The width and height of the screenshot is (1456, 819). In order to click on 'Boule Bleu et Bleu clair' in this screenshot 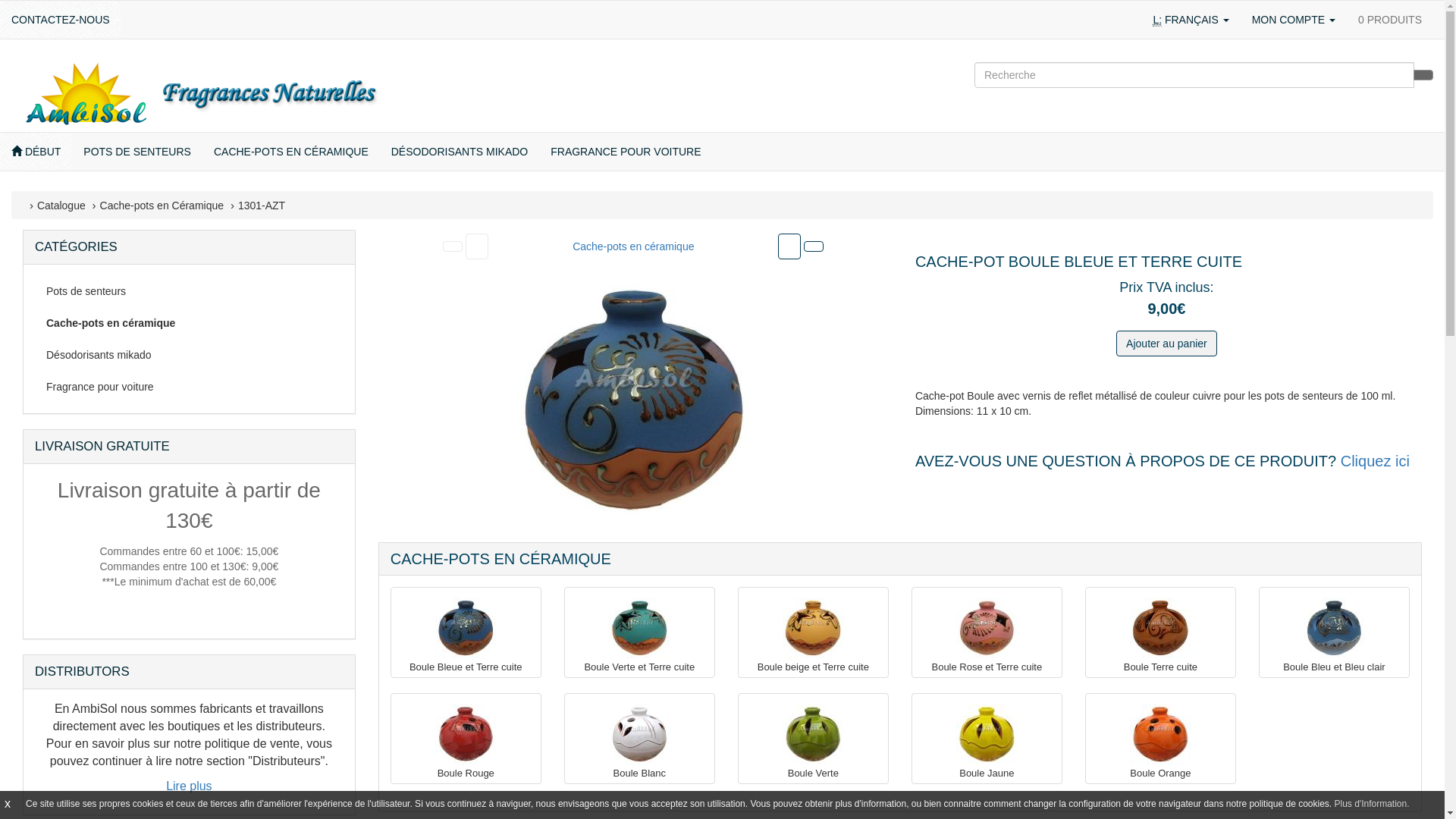, I will do `click(1332, 628)`.